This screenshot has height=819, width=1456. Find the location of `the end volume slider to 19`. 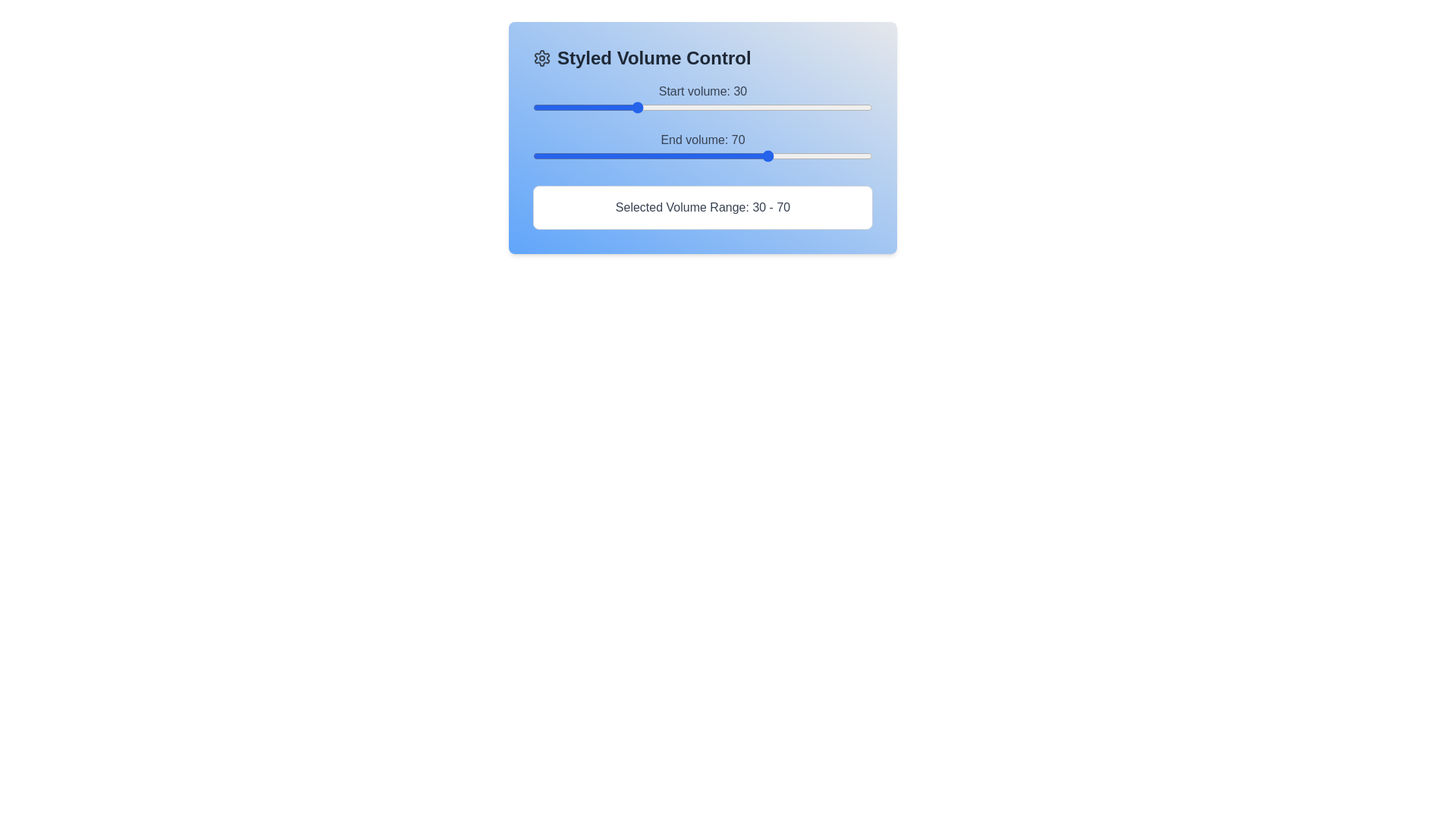

the end volume slider to 19 is located at coordinates (597, 155).